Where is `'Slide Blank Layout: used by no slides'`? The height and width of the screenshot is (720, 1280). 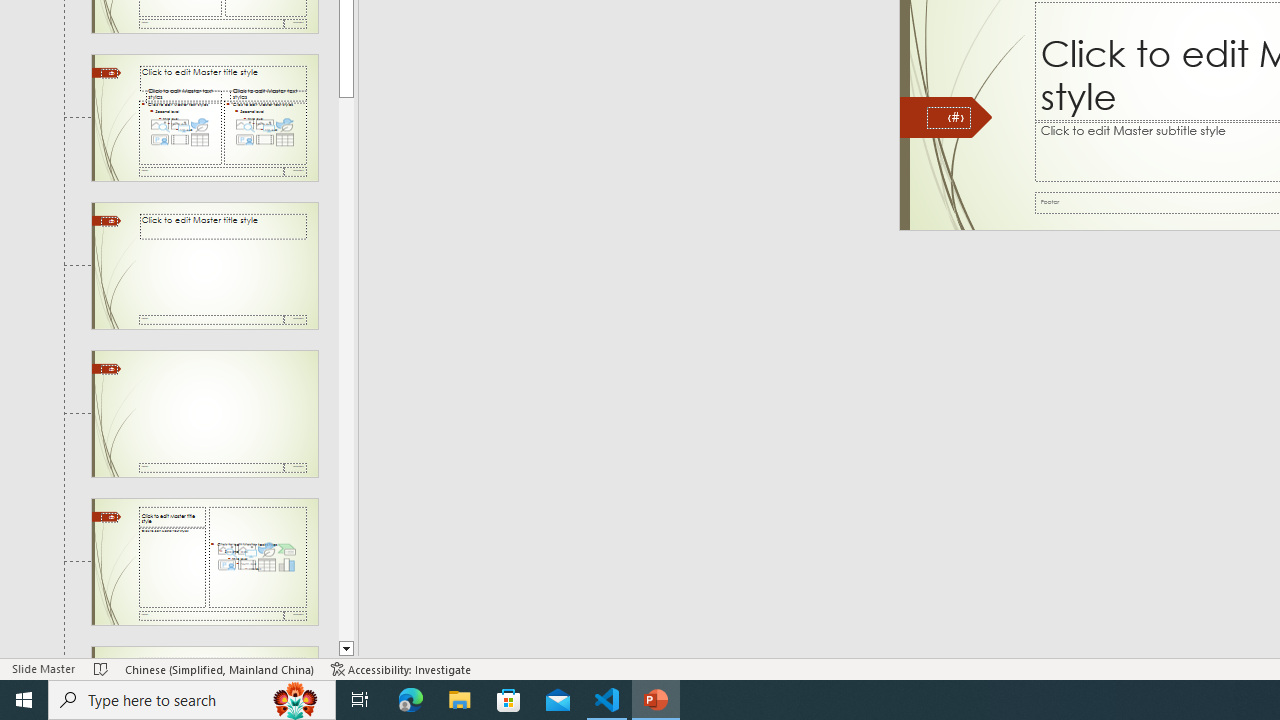
'Slide Blank Layout: used by no slides' is located at coordinates (204, 412).